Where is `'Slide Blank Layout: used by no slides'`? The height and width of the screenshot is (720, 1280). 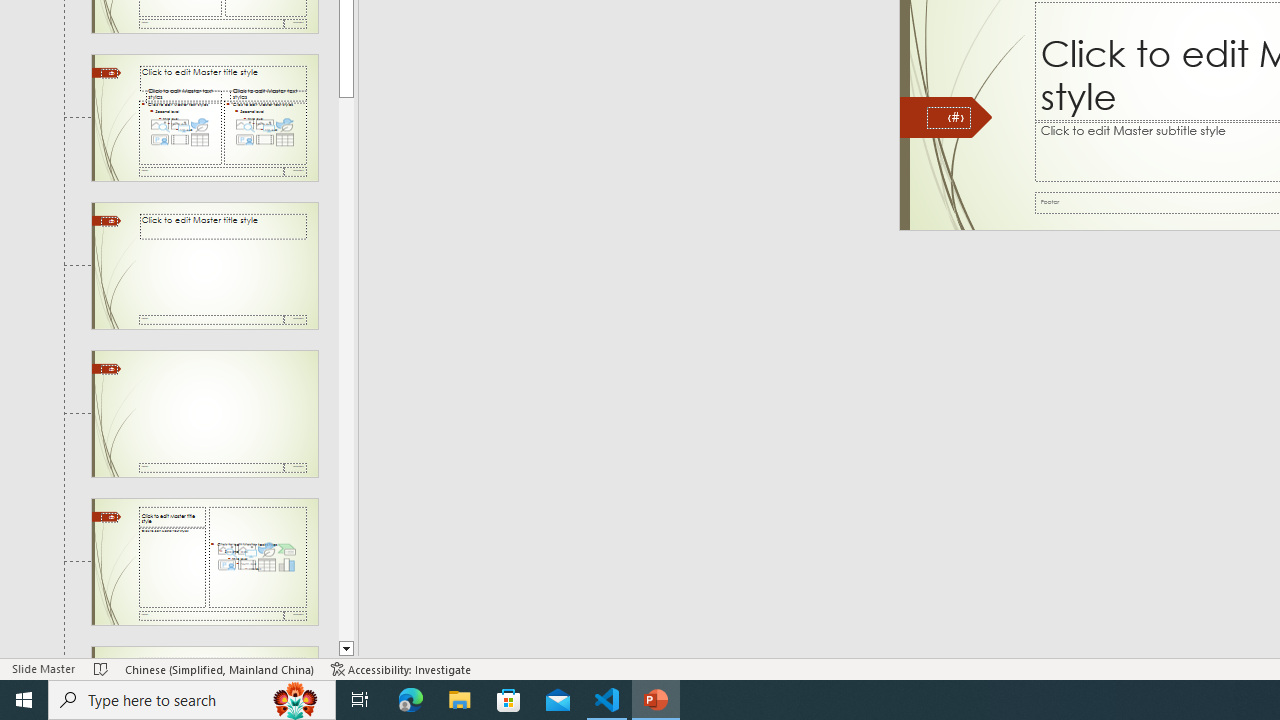
'Slide Blank Layout: used by no slides' is located at coordinates (204, 412).